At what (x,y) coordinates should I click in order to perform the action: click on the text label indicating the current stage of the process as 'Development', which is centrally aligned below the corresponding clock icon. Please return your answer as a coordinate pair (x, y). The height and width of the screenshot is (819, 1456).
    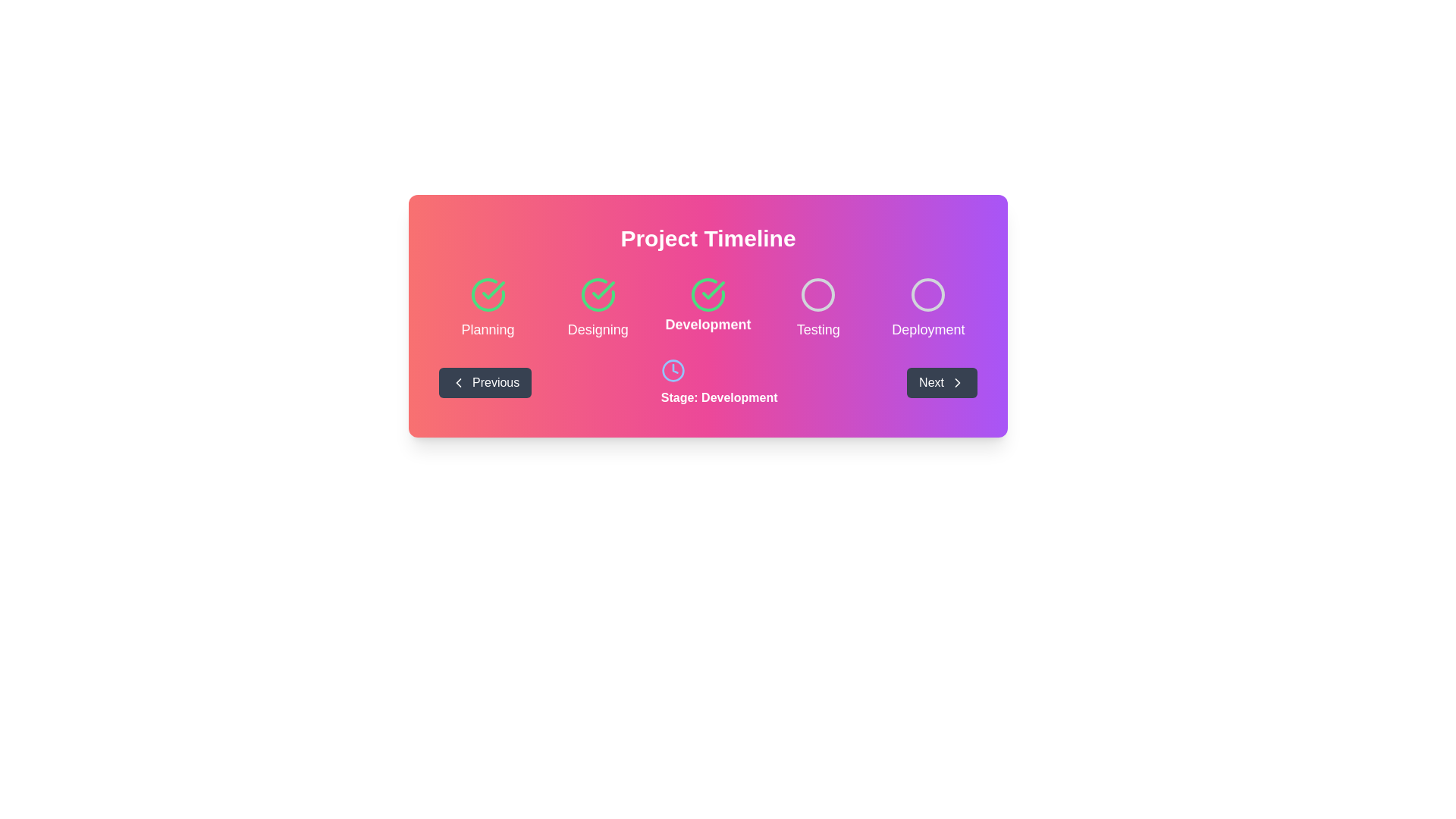
    Looking at the image, I should click on (718, 397).